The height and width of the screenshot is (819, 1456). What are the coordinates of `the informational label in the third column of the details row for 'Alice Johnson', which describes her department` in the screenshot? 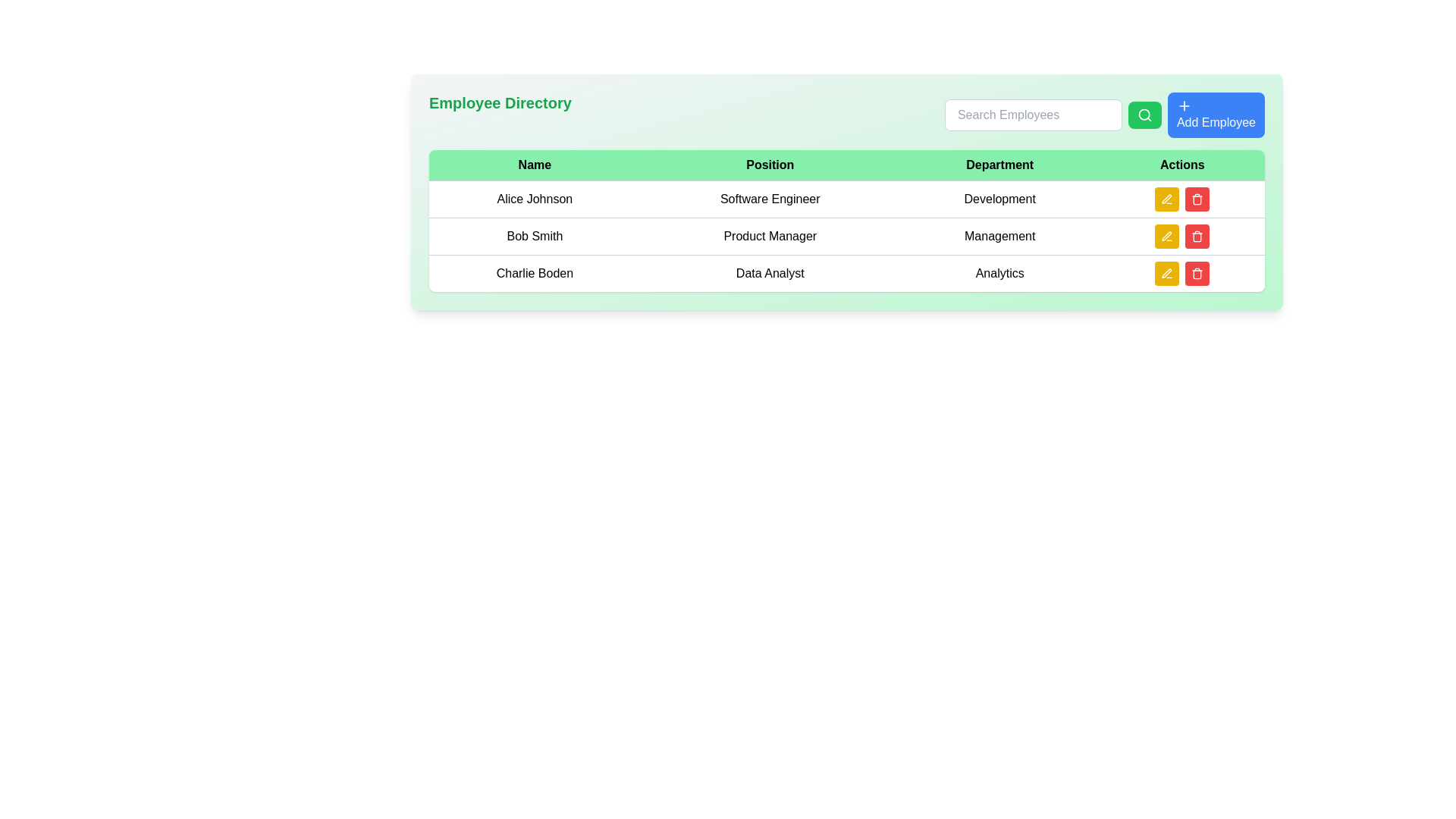 It's located at (999, 198).